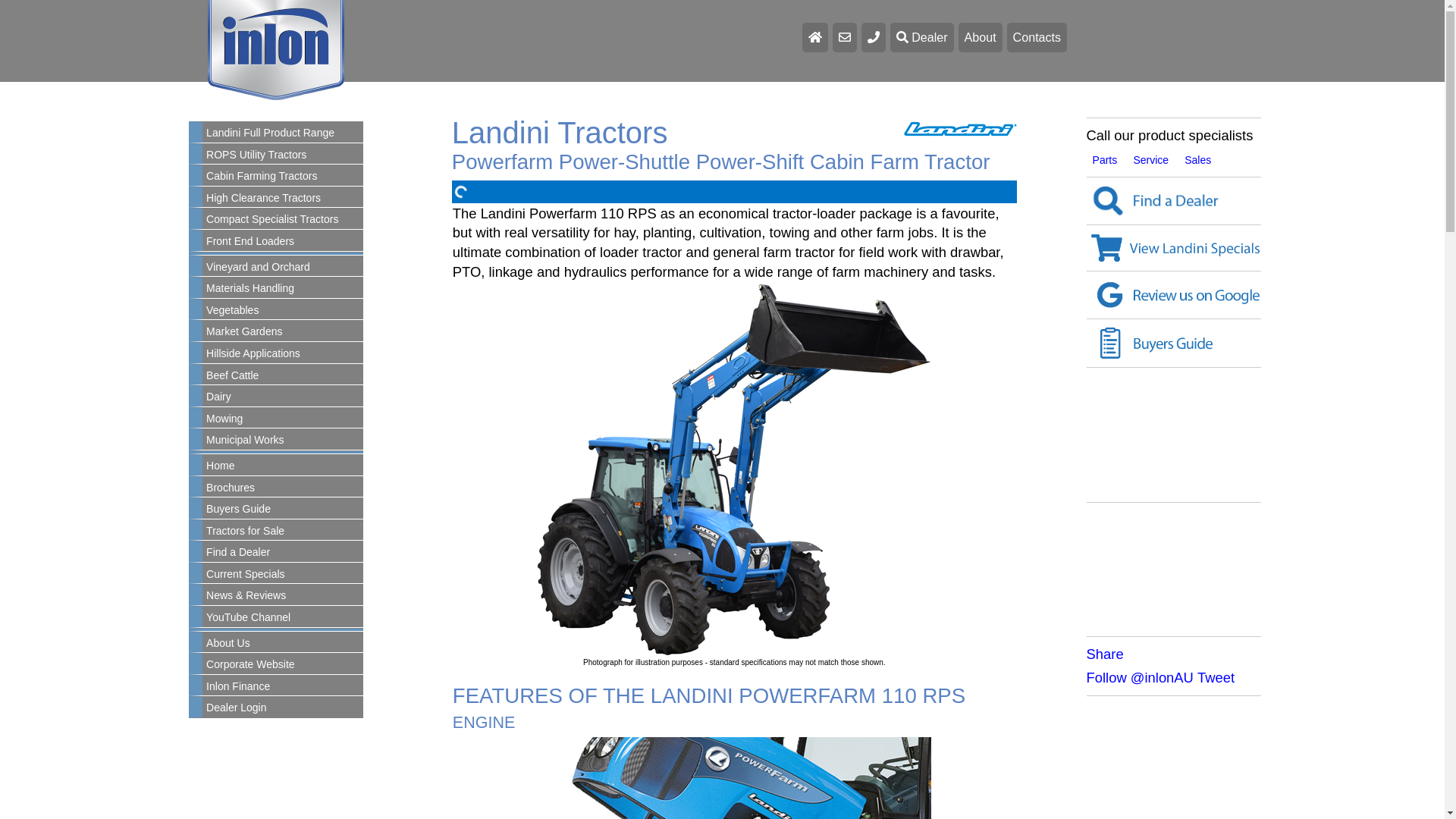 This screenshot has width=1456, height=819. I want to click on 'About Us', so click(283, 643).